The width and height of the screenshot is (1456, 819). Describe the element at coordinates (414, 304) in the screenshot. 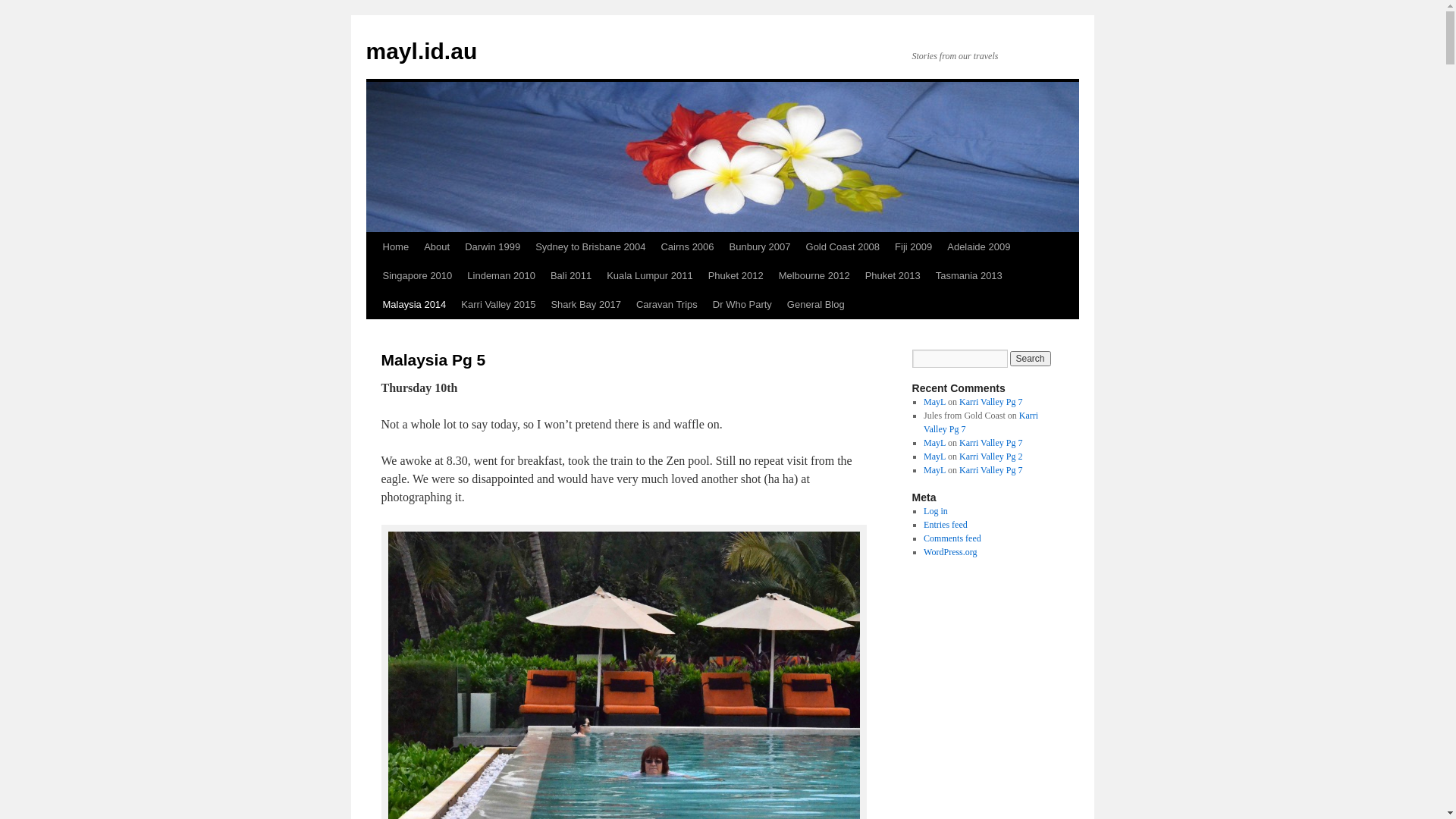

I see `'Malaysia 2014'` at that location.